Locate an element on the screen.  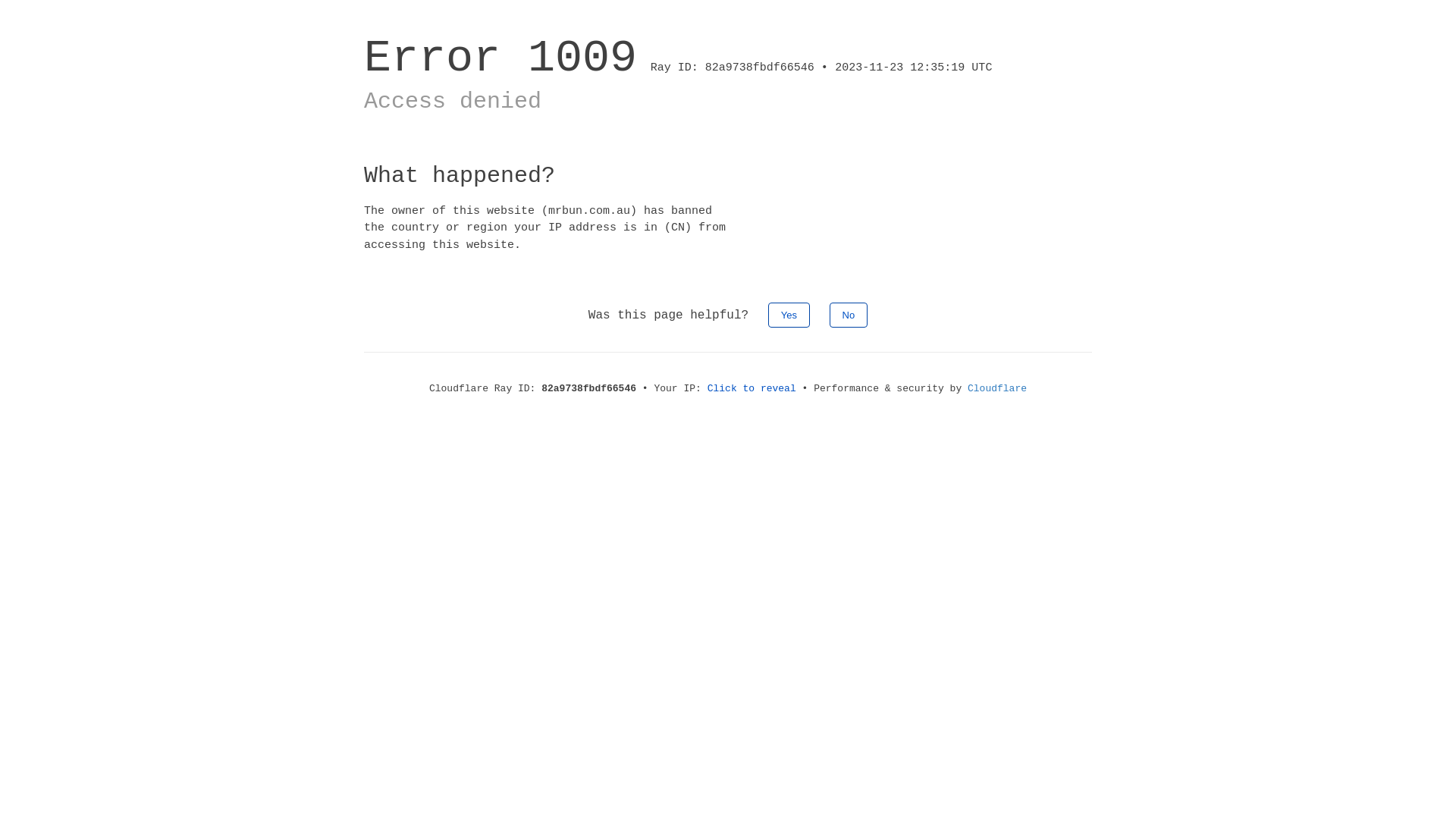
'No' is located at coordinates (829, 314).